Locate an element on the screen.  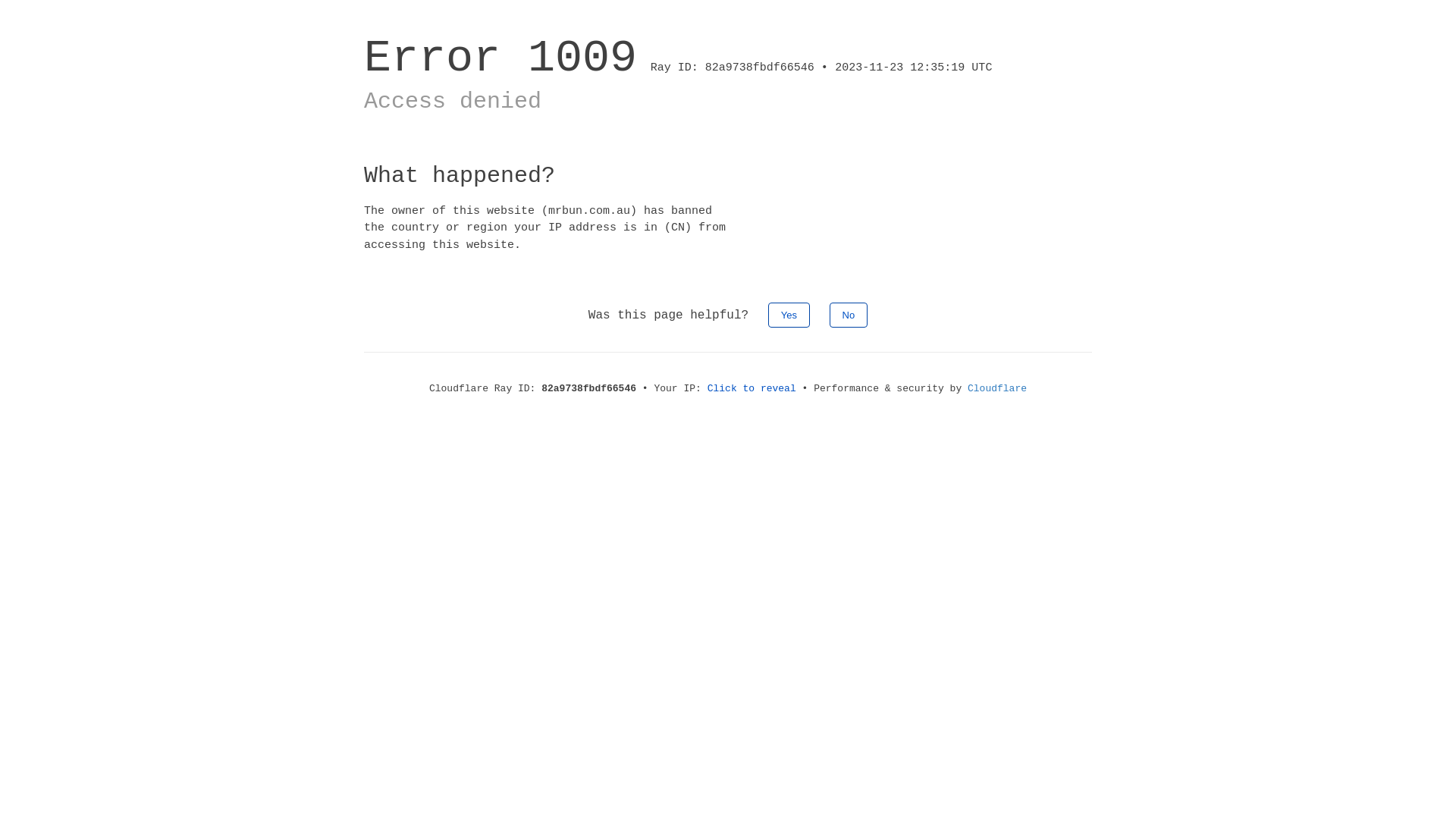
'No' is located at coordinates (829, 314).